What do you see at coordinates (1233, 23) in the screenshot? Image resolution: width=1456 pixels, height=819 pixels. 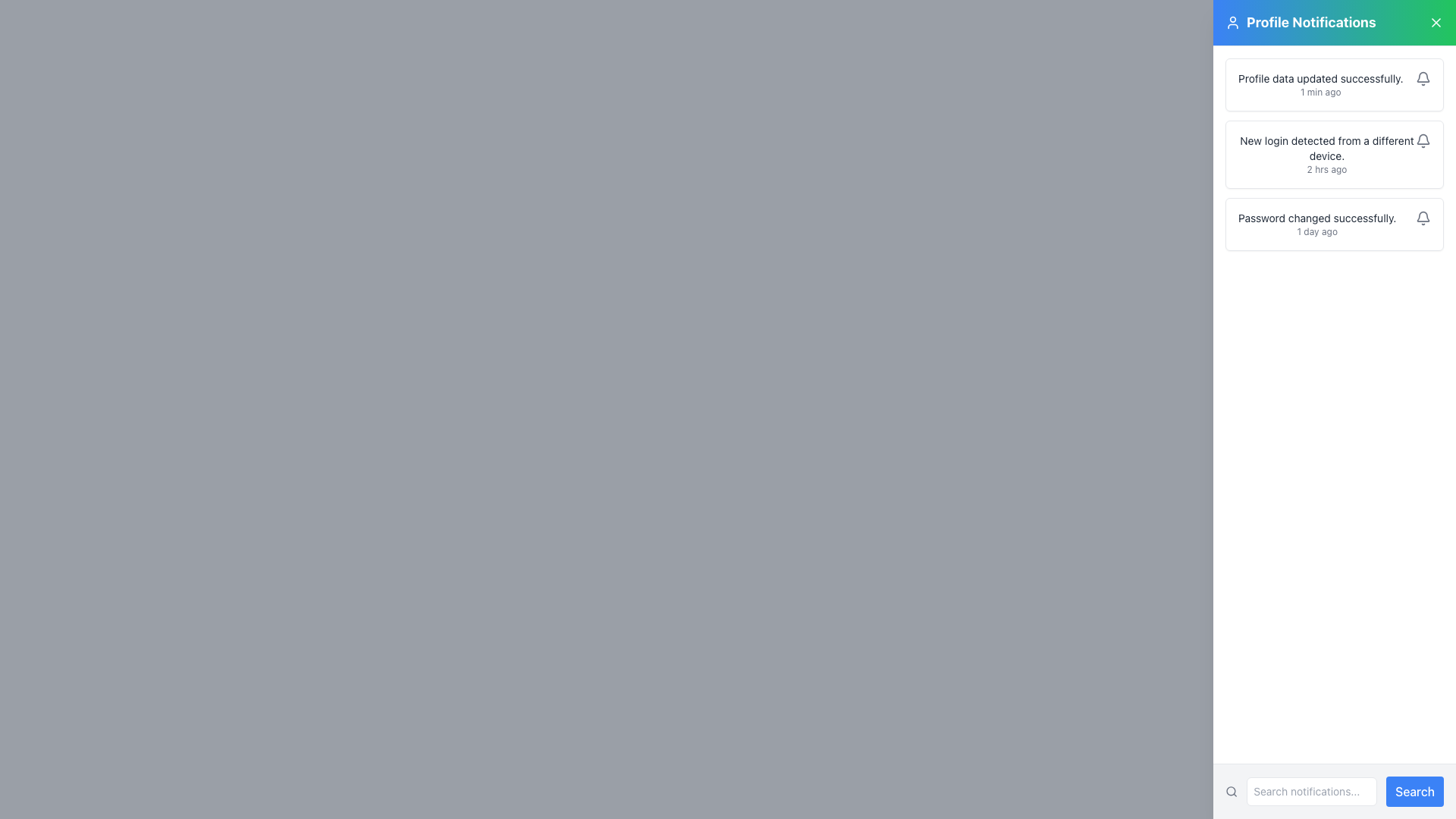 I see `the user profile icon located at the upper-left corner of the notification panel, preceding the text 'Profile Notifications'` at bounding box center [1233, 23].